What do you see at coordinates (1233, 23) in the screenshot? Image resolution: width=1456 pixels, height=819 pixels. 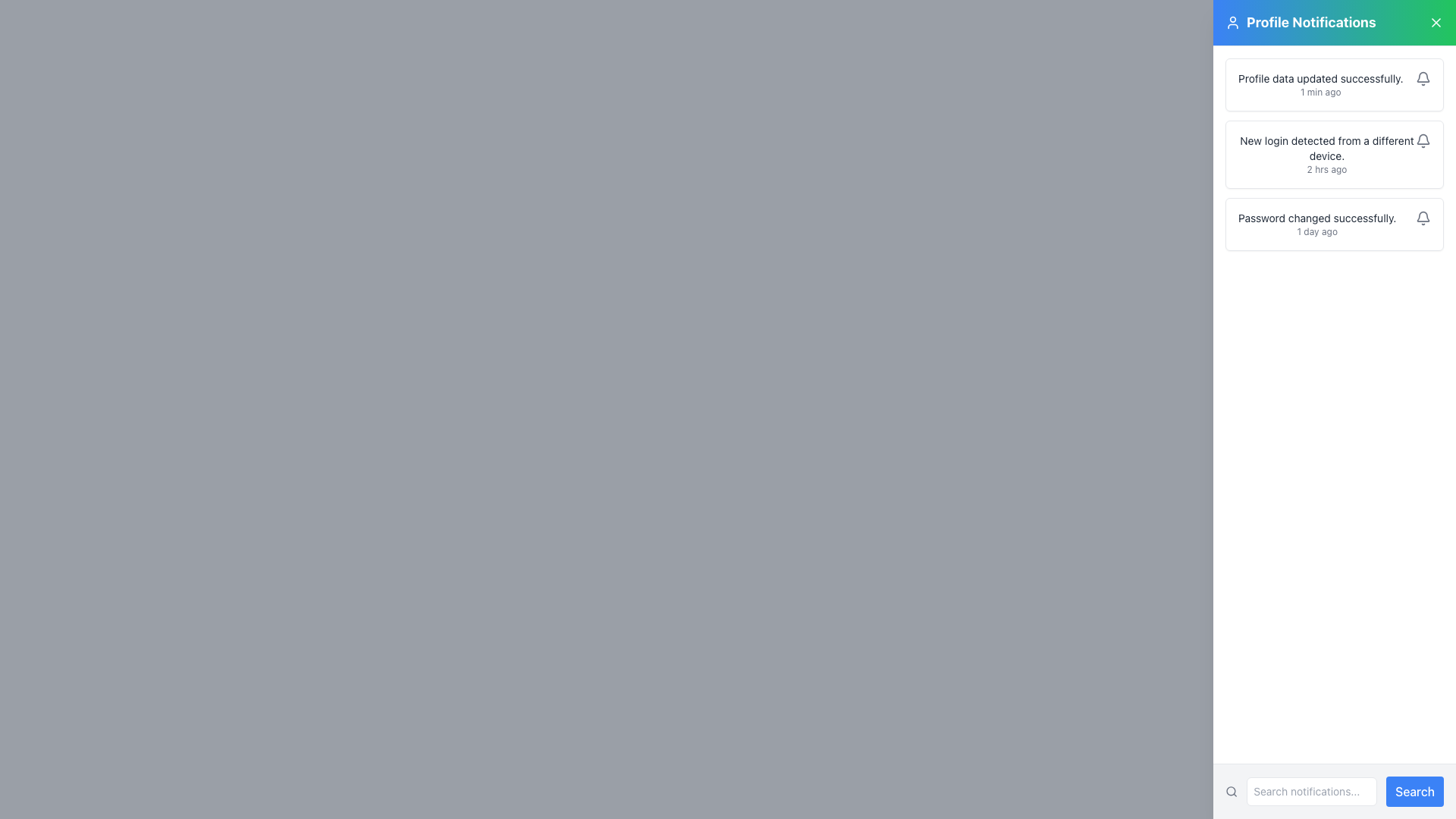 I see `the user profile icon located at the upper-left corner of the notification panel, preceding the text 'Profile Notifications'` at bounding box center [1233, 23].